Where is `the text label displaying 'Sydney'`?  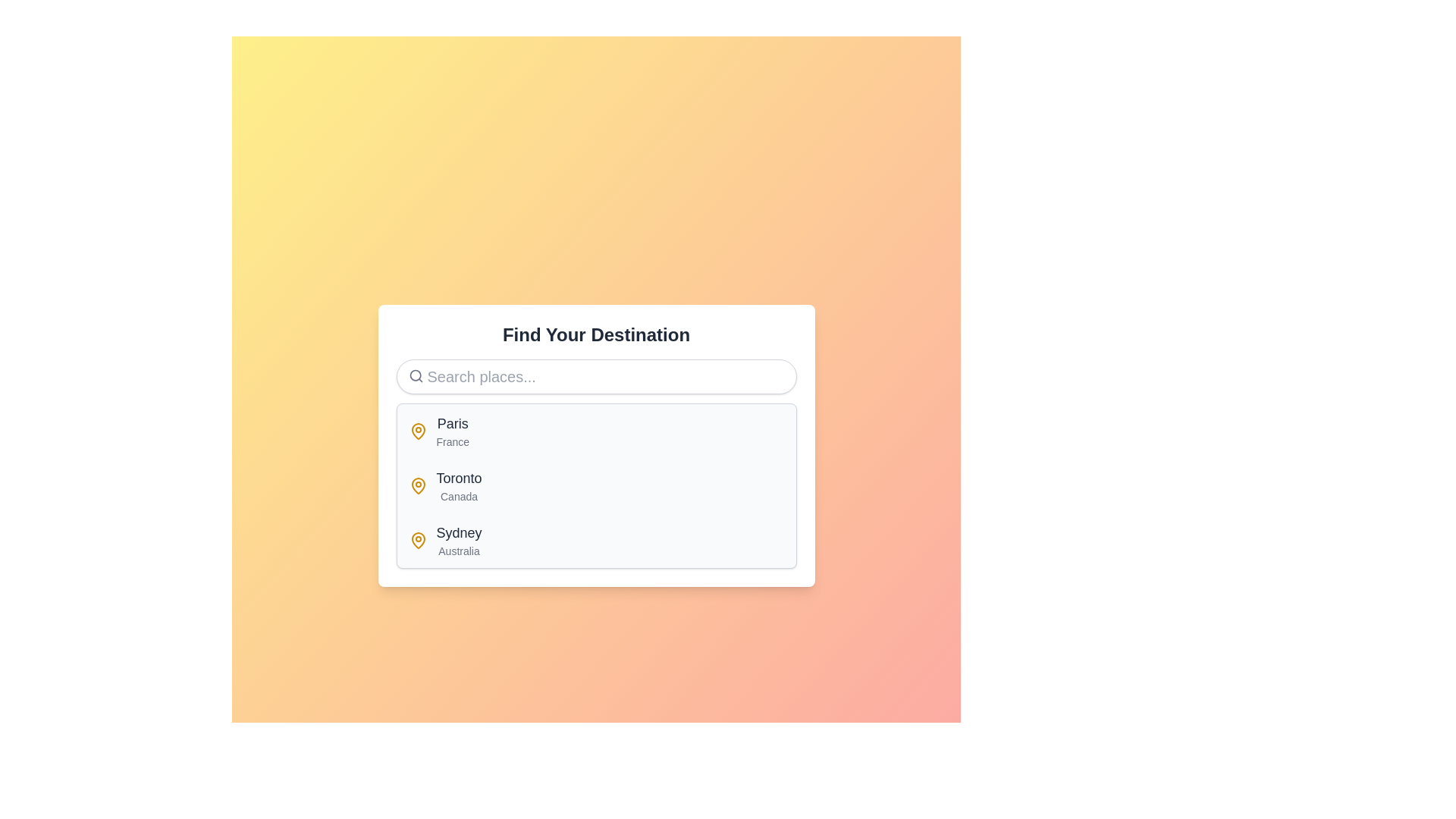
the text label displaying 'Sydney' is located at coordinates (458, 532).